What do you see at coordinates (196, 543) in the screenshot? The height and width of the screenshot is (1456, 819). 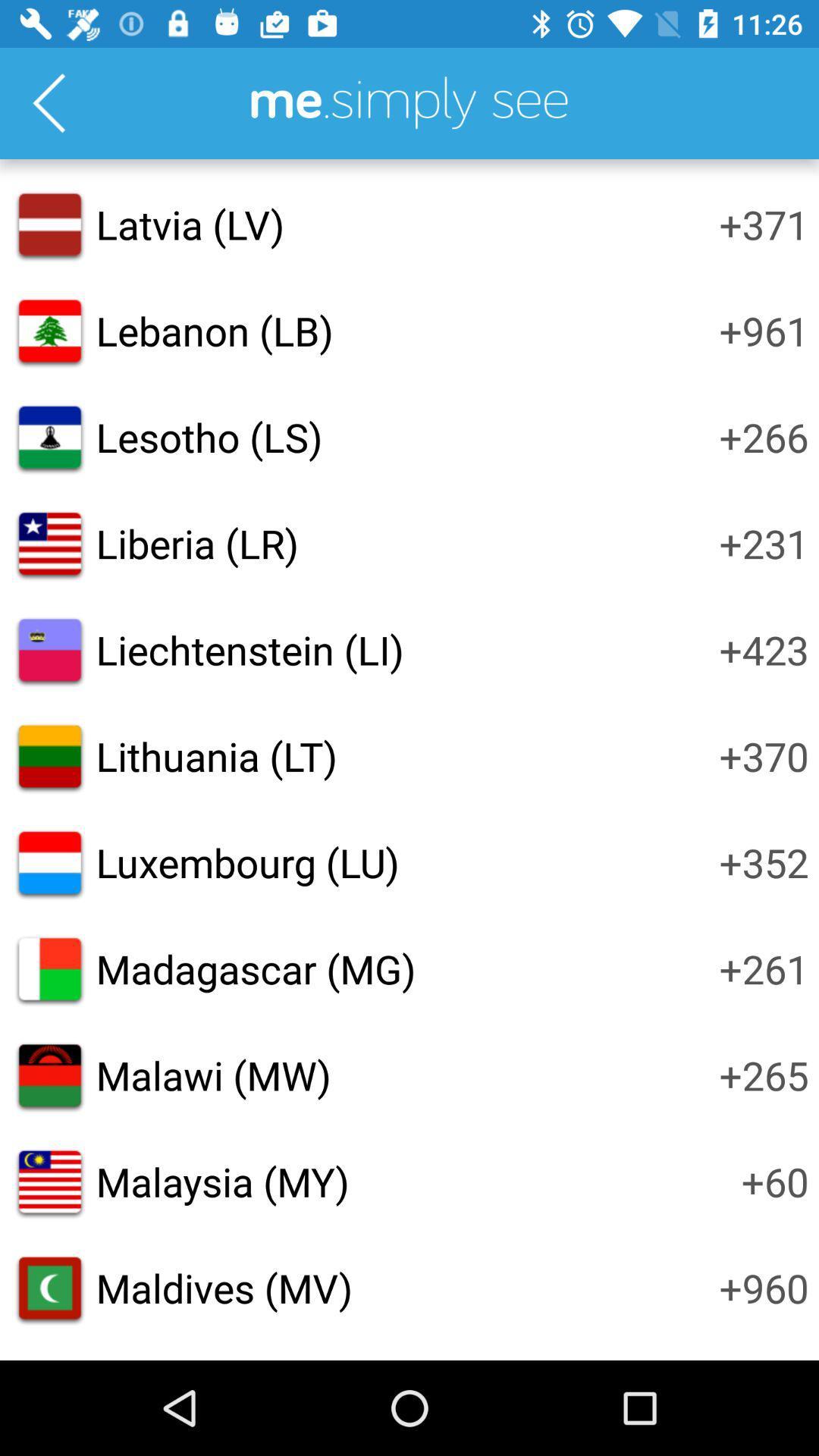 I see `the liberia (lr)` at bounding box center [196, 543].